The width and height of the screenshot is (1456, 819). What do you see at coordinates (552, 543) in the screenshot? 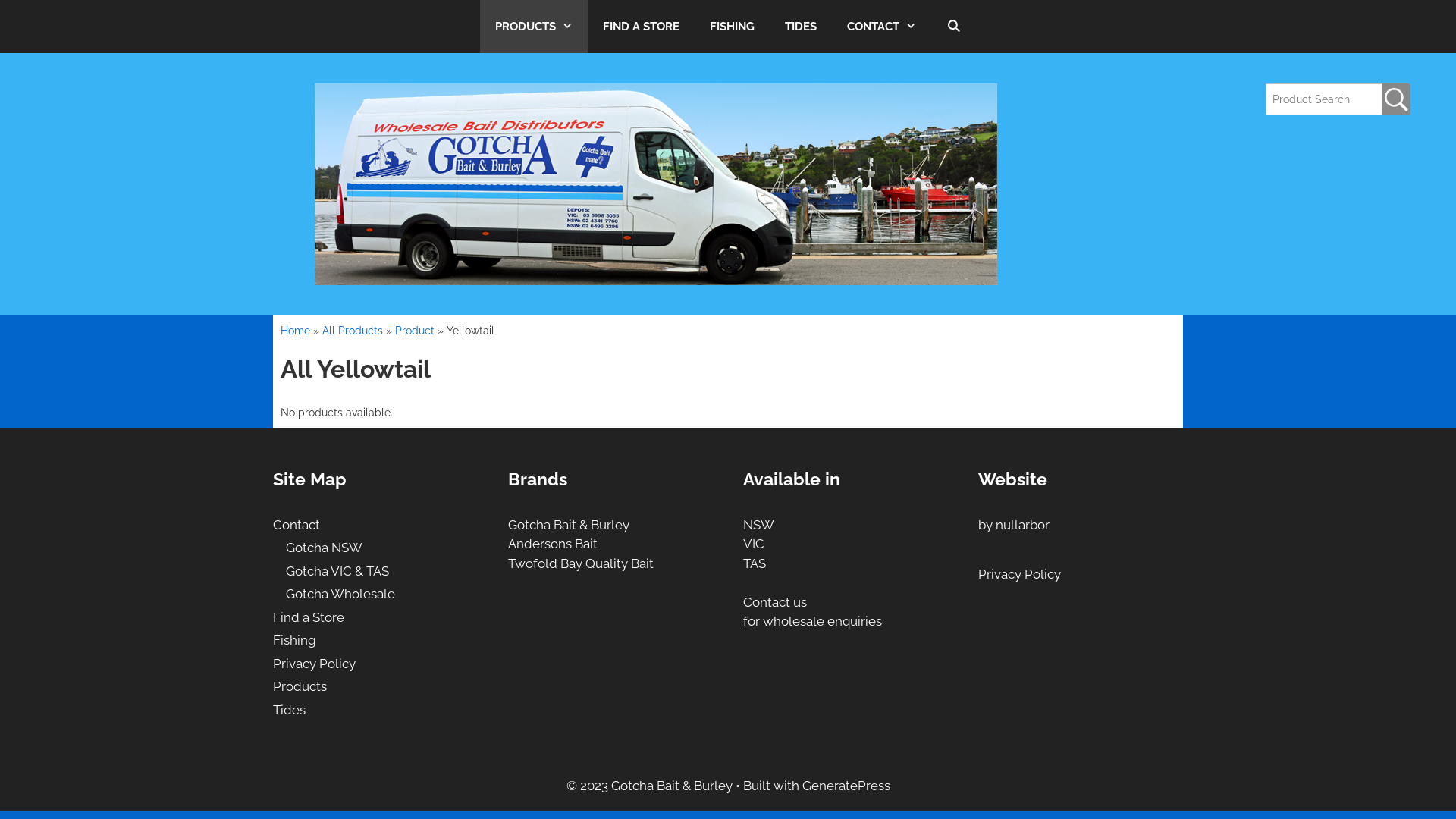
I see `'Andersons Bait'` at bounding box center [552, 543].